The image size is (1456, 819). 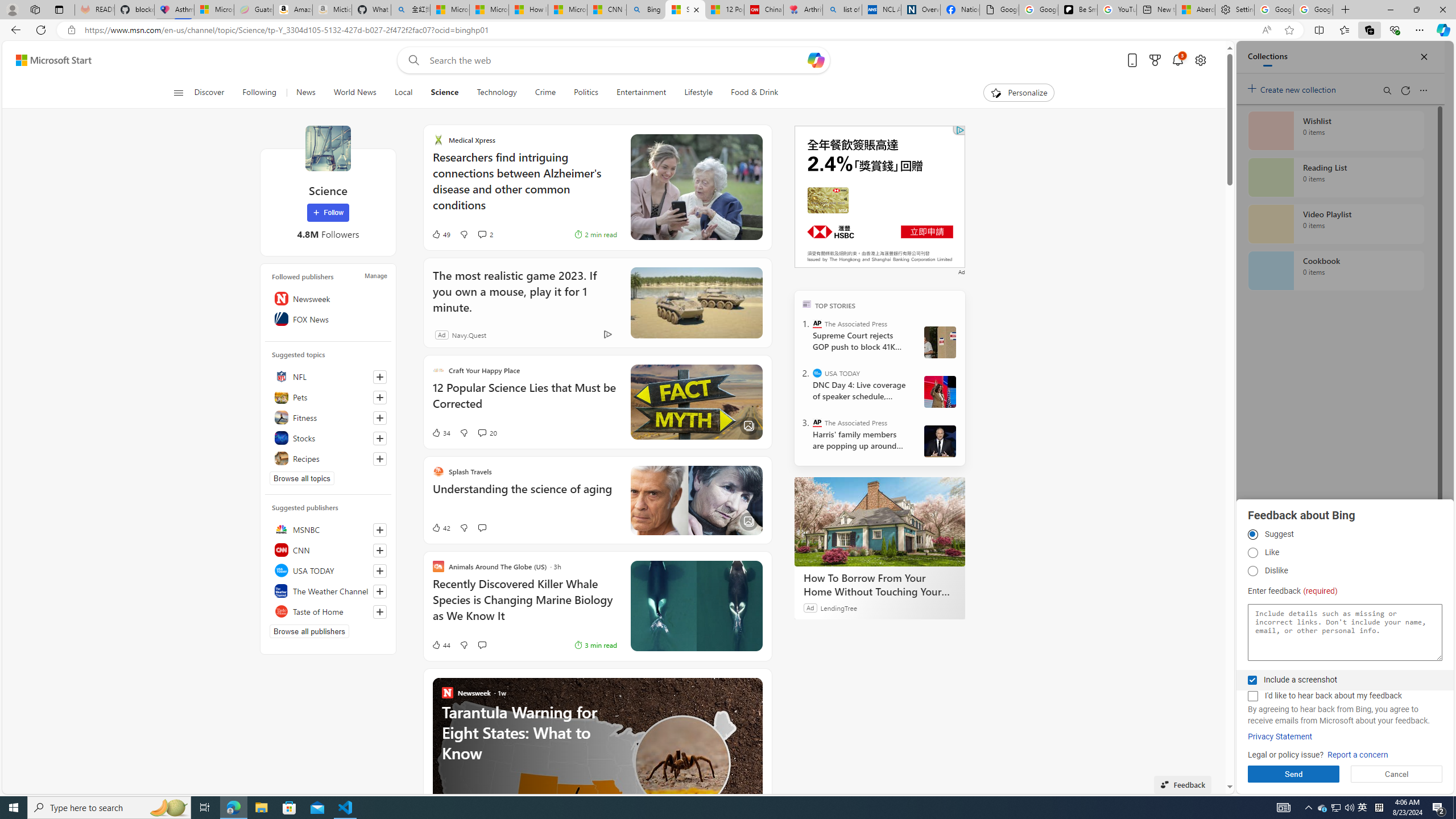 What do you see at coordinates (1252, 553) in the screenshot?
I see `'Like Like'` at bounding box center [1252, 553].